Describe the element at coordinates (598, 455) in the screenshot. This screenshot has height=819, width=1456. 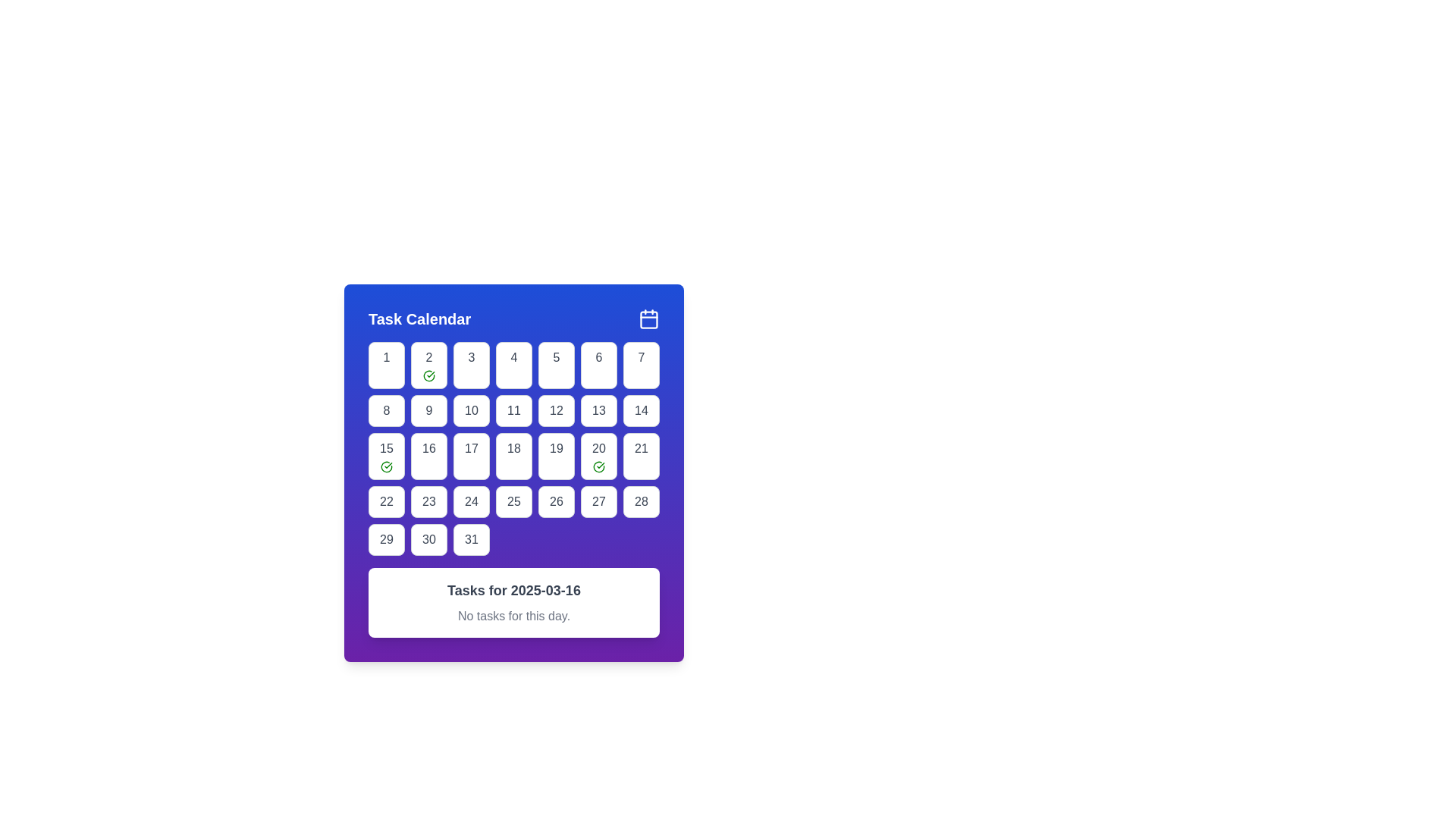
I see `the button-like grid item representing the 20th day of the month in the calendar, located in the third row and sixth column of the grid layout` at that location.